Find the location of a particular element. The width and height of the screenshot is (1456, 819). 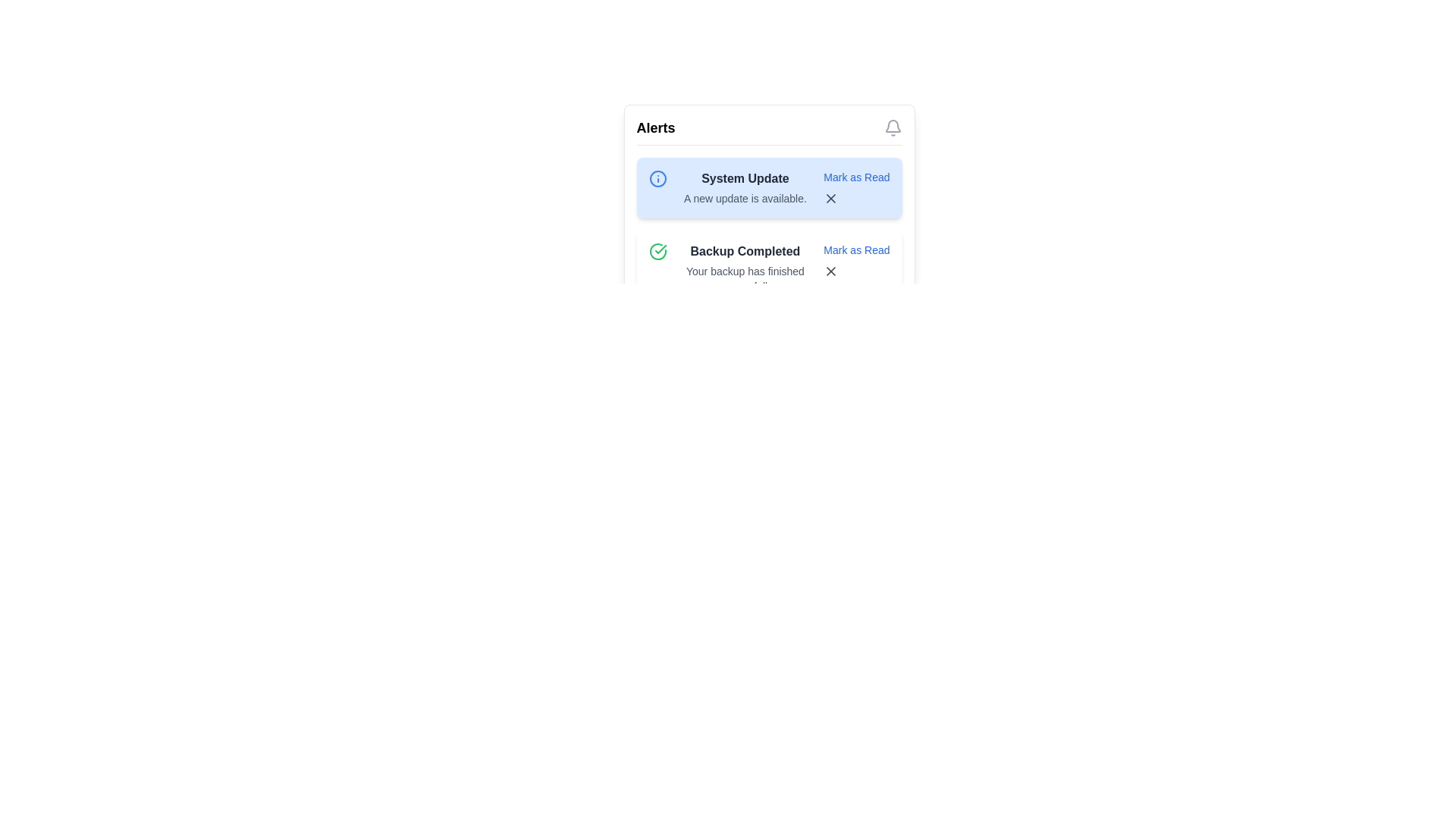

the information indicator icon for 'System Update' located at the far left of the notification card is located at coordinates (664, 177).